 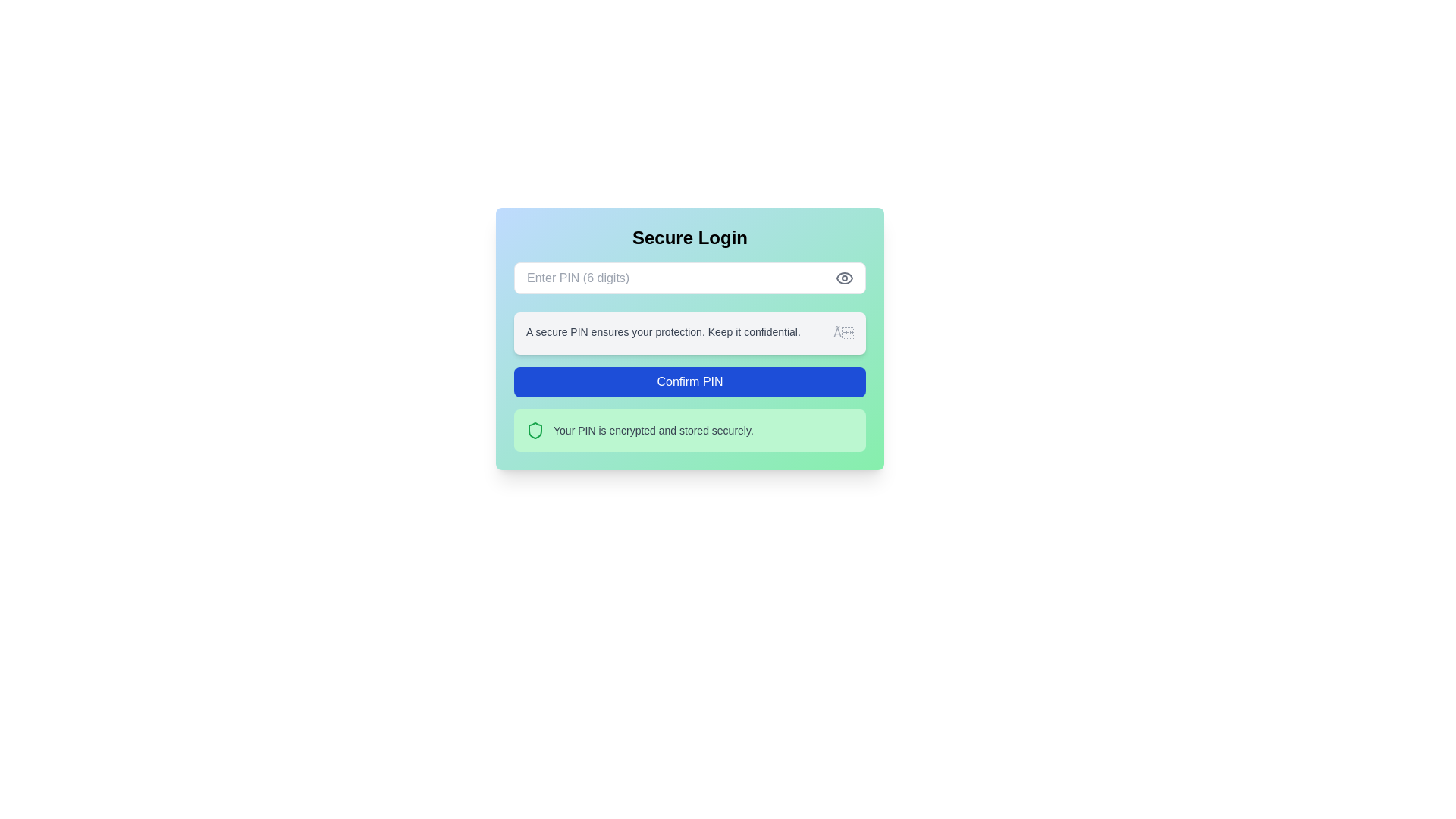 What do you see at coordinates (689, 430) in the screenshot?
I see `the informational message box that provides details about the security of the user's PIN, located below the 'Confirm PIN' button` at bounding box center [689, 430].